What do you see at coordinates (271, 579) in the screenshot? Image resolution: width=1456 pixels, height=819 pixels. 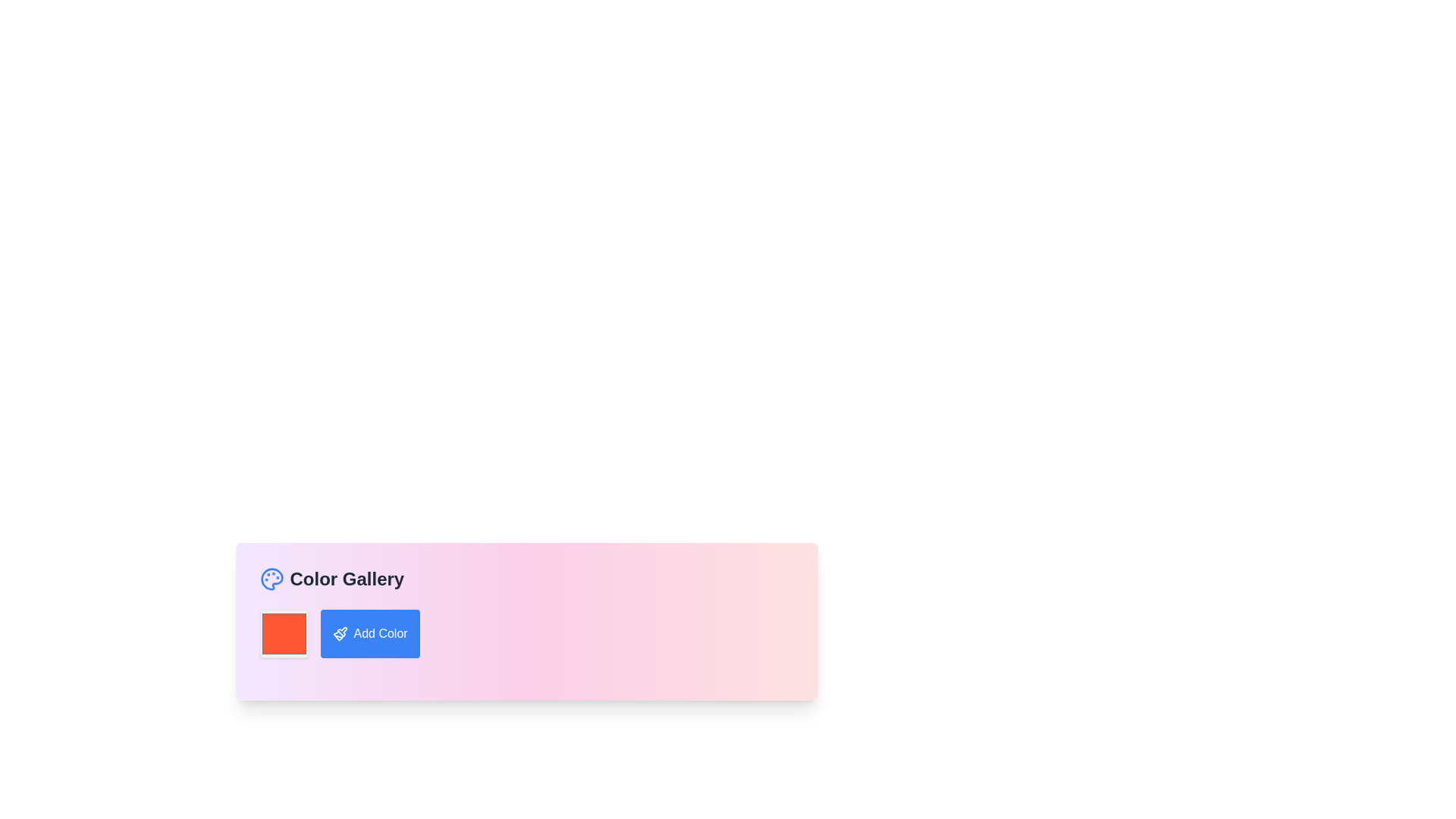 I see `the painter's palette icon in the 'Color Gallery' section, which is located at the top-left preceding the title text 'Color Gallery'` at bounding box center [271, 579].